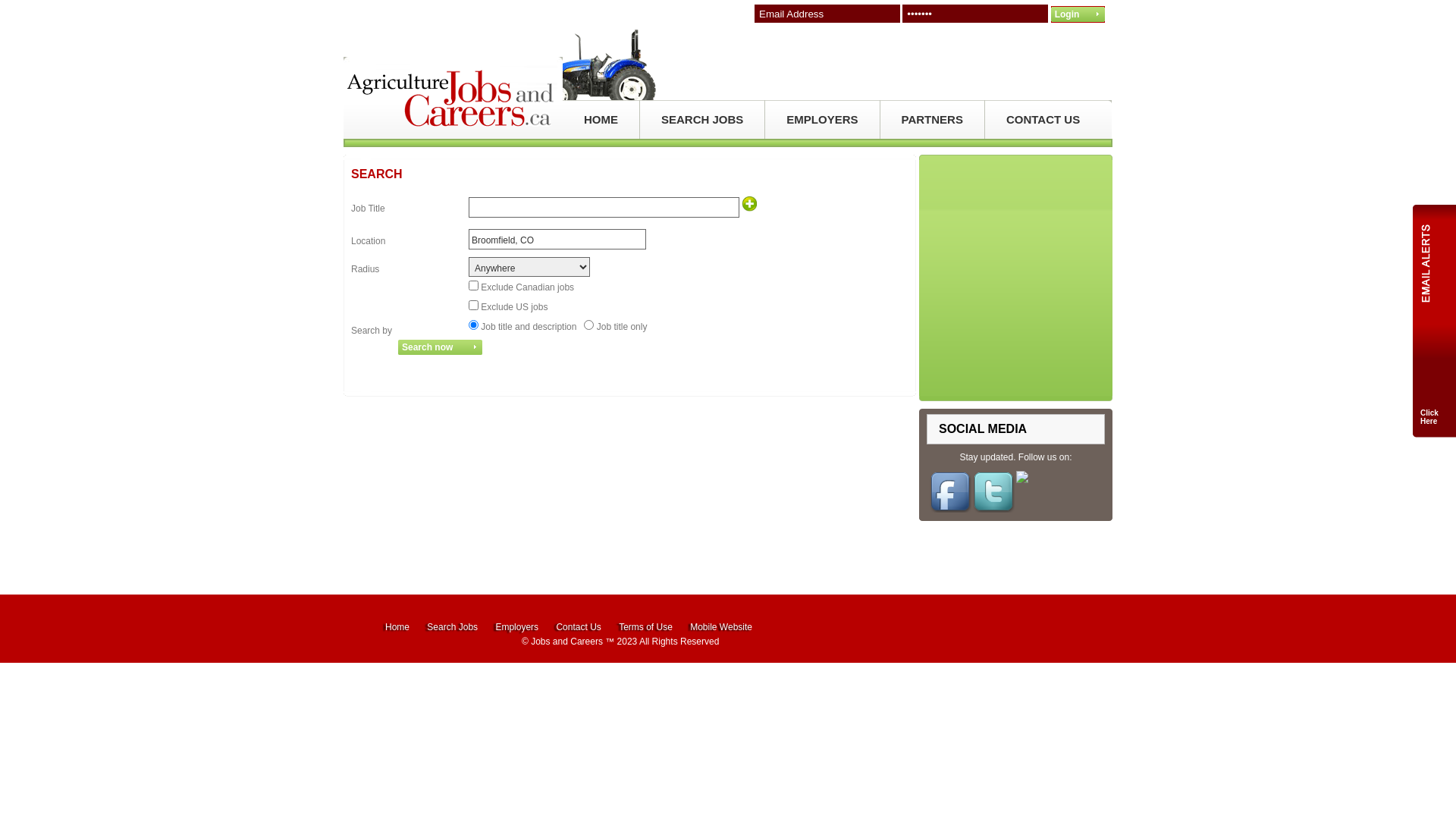 This screenshot has height=819, width=1456. I want to click on 'Search Jobs', so click(425, 626).